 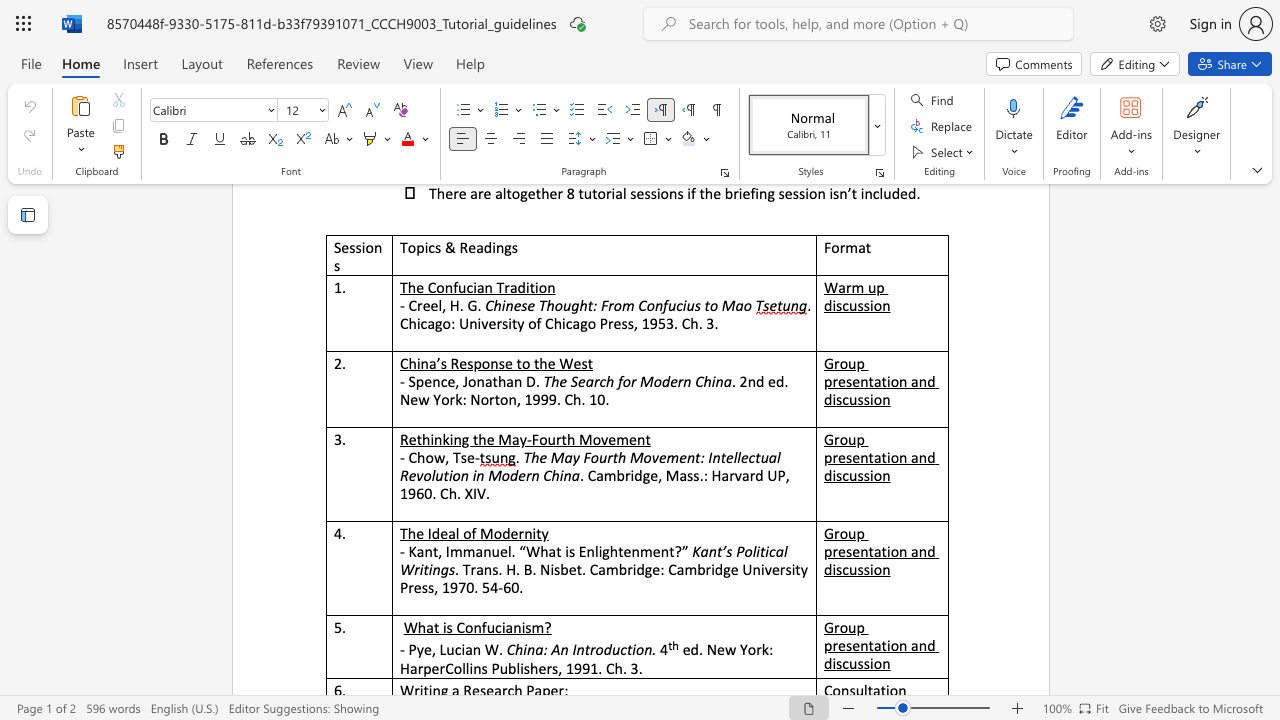 What do you see at coordinates (498, 586) in the screenshot?
I see `the subset text "-60." within the text ". Trans. H. B. Nisbet. Cambridge: Cambridge University Press, 1970. 54-60."` at bounding box center [498, 586].